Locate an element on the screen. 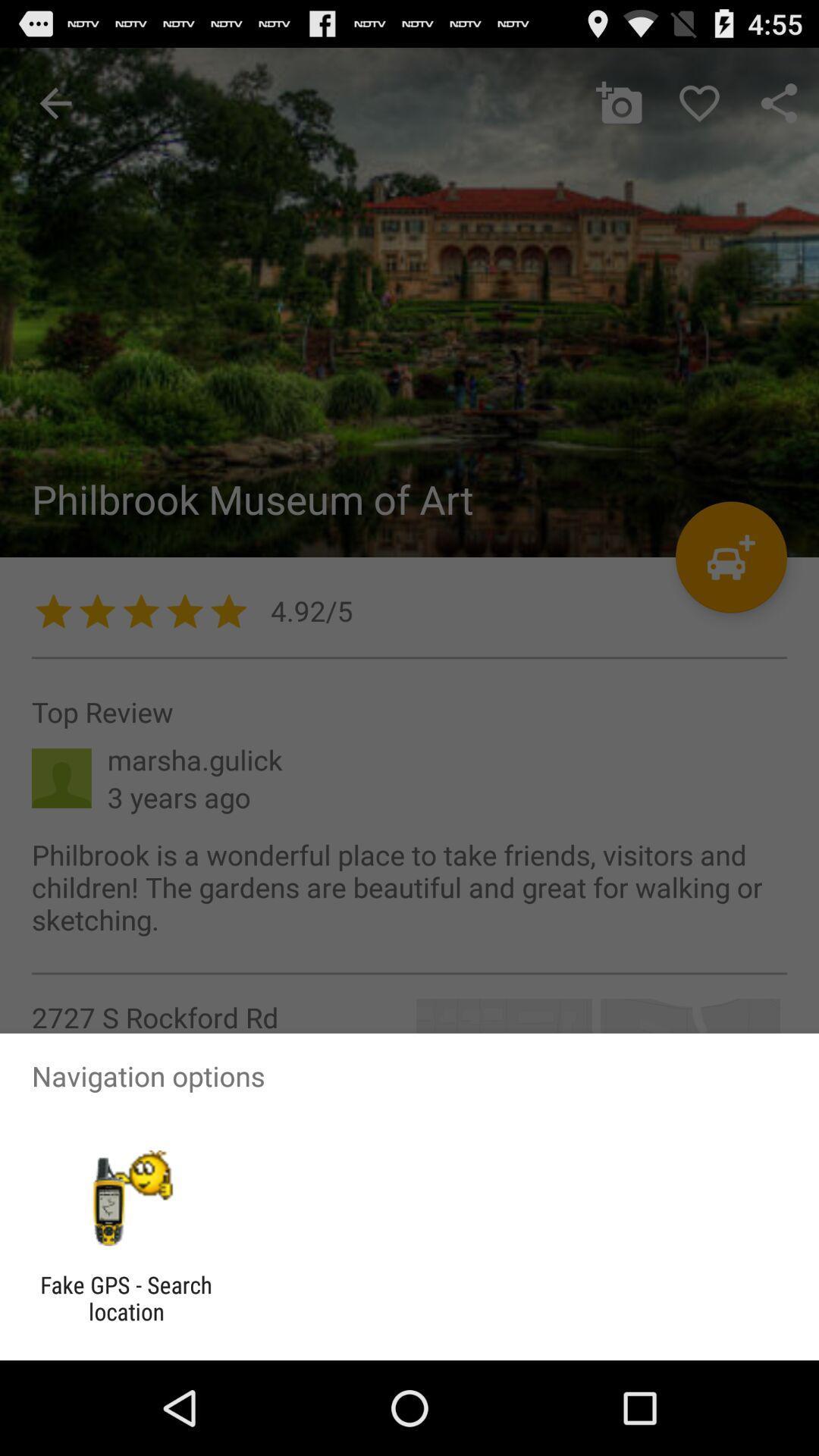 The height and width of the screenshot is (1456, 819). item below navigation options item is located at coordinates (125, 1197).